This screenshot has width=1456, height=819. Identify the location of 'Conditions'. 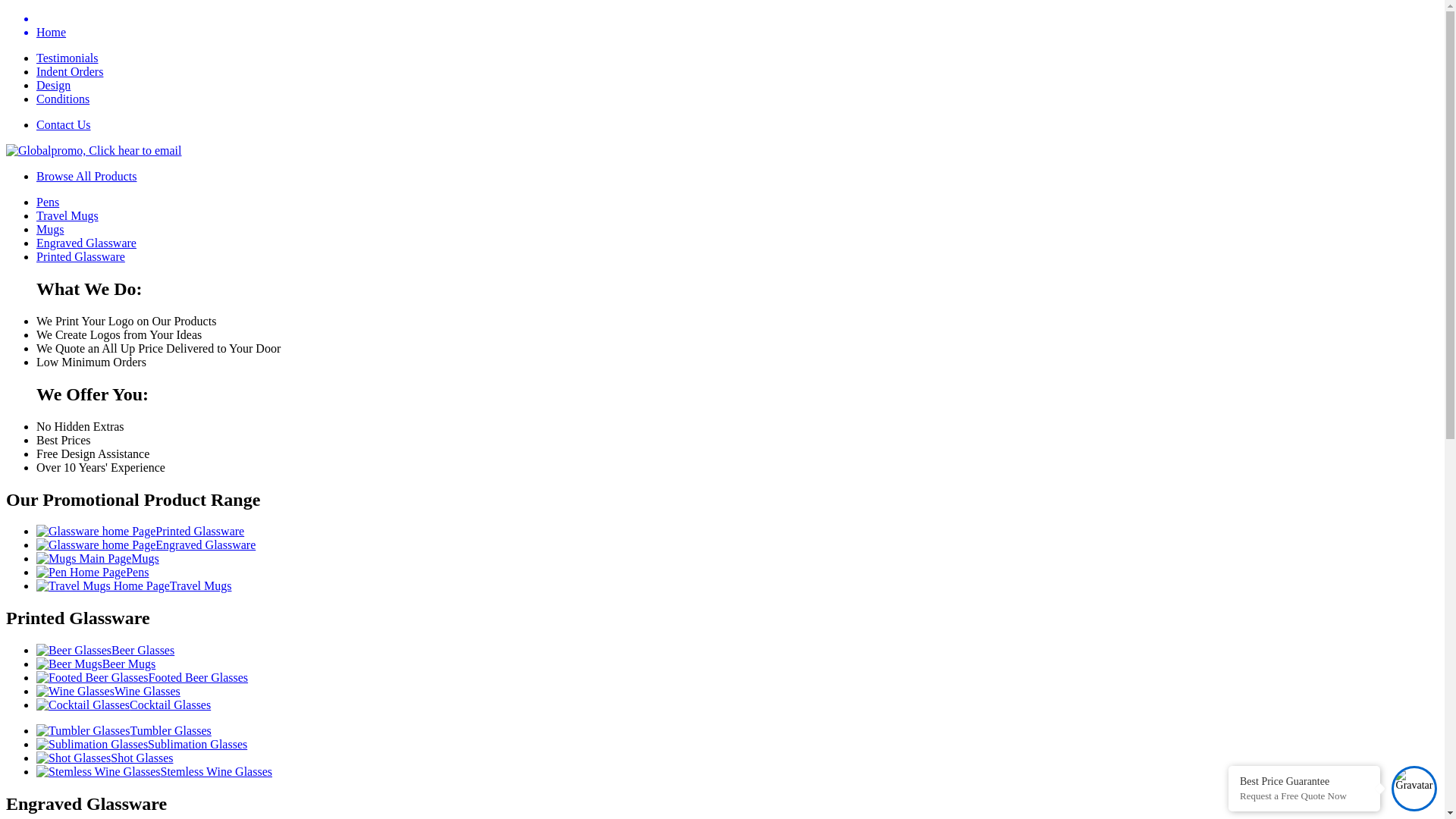
(36, 99).